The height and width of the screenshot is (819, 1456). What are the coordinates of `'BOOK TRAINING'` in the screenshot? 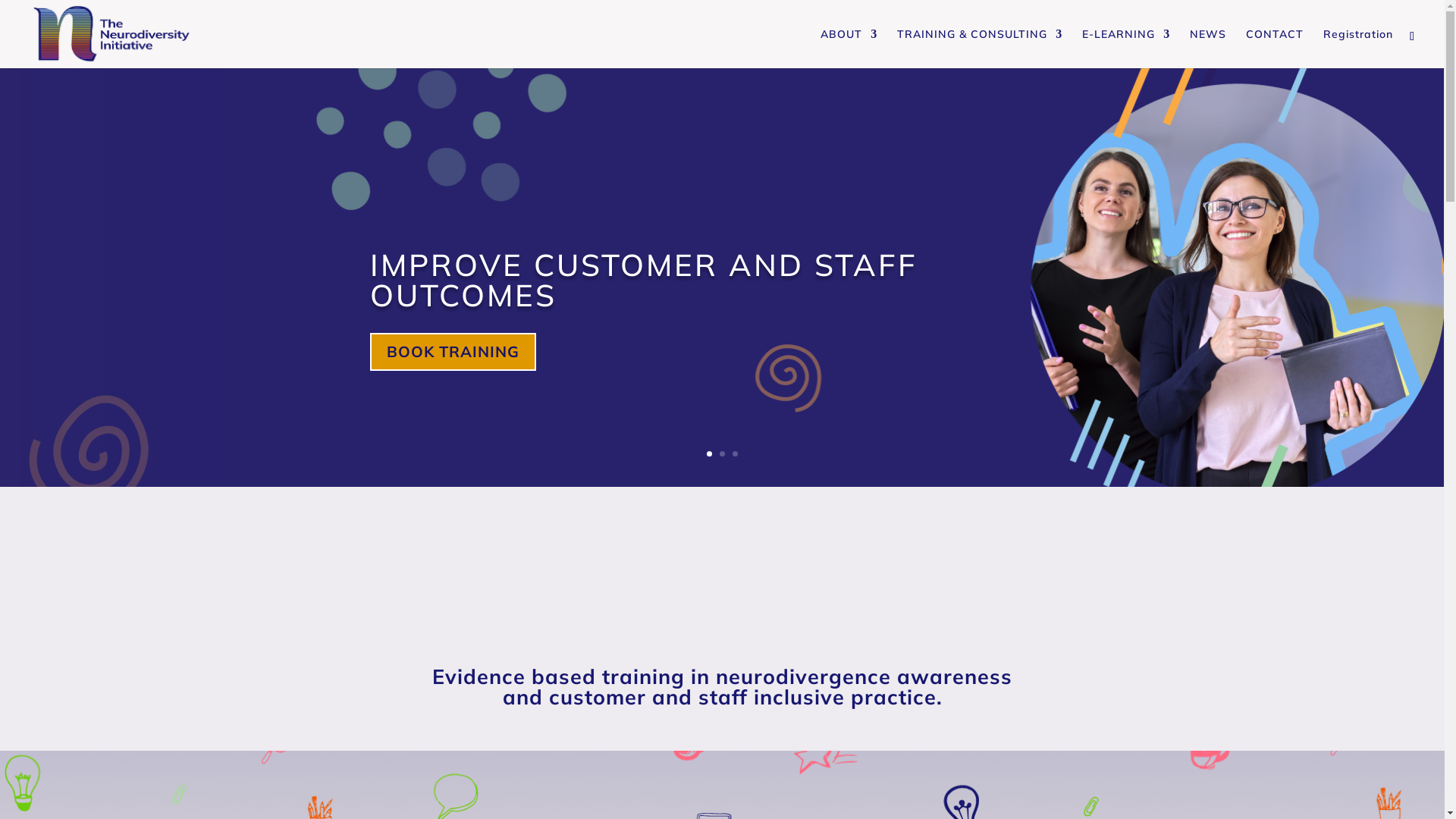 It's located at (452, 350).